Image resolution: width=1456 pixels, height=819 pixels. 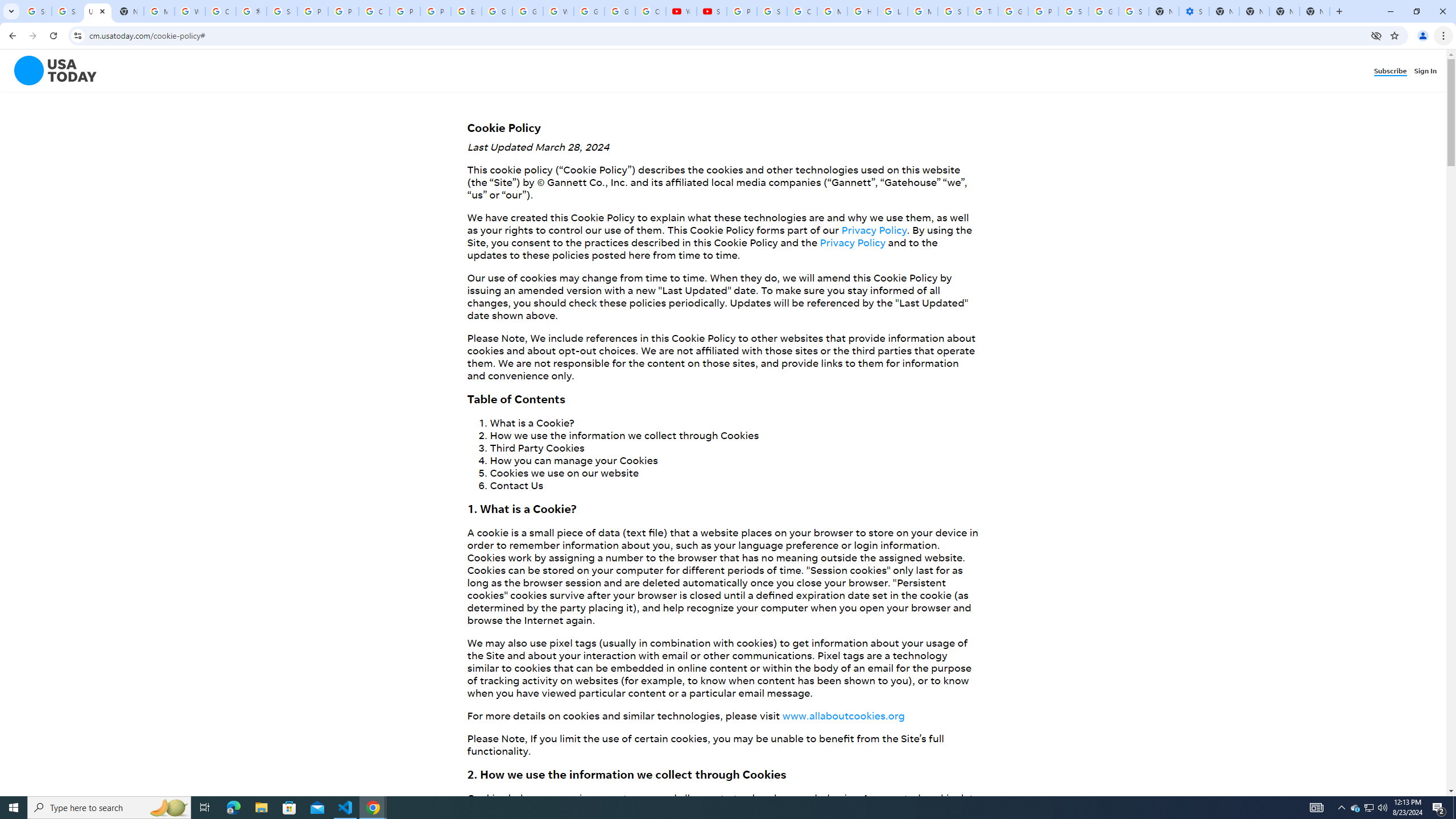 I want to click on 'YouTube', so click(x=681, y=11).